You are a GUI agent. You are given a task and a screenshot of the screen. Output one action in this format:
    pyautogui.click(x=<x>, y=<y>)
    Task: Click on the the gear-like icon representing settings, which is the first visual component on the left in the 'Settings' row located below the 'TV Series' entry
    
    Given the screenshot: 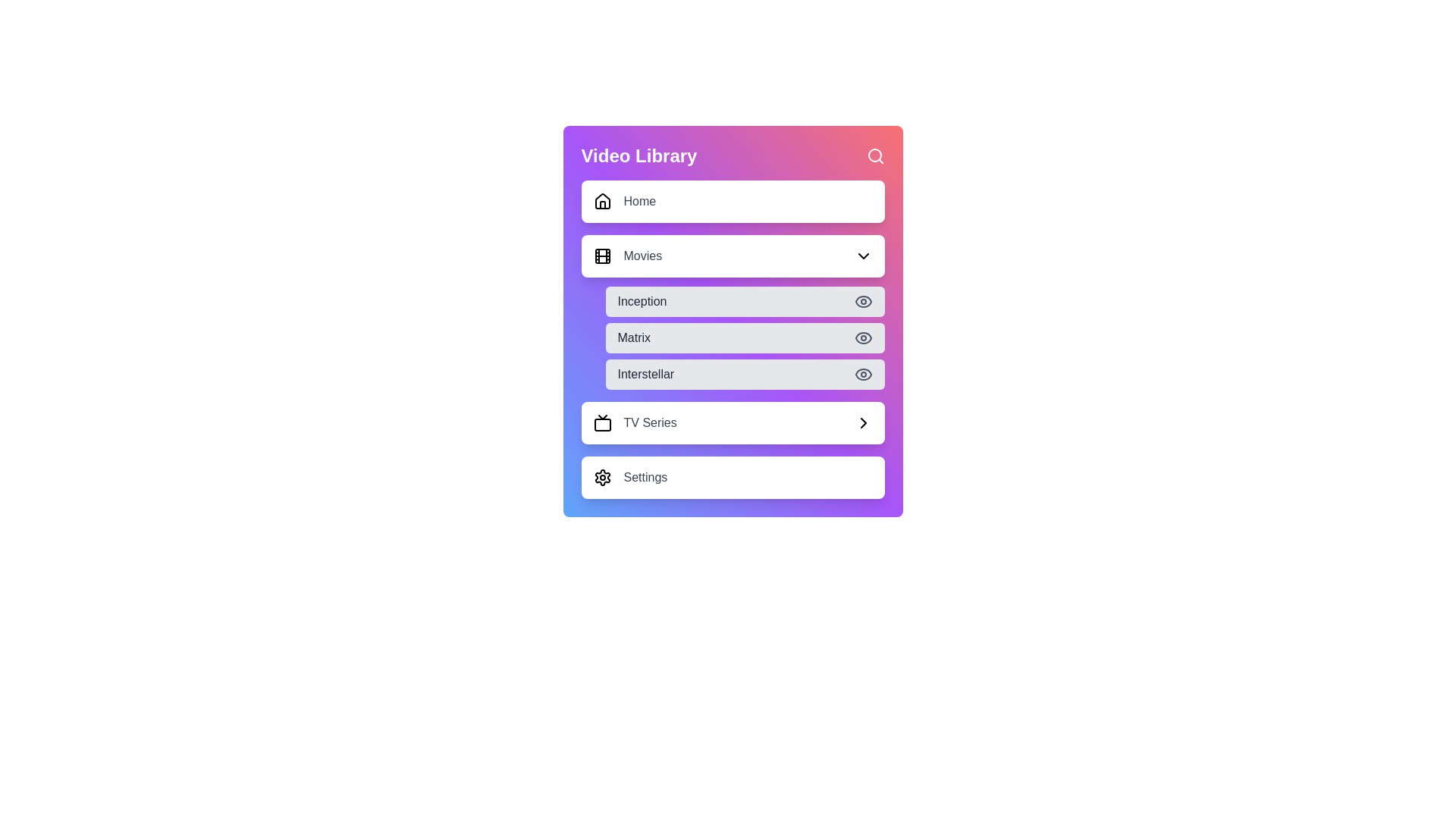 What is the action you would take?
    pyautogui.click(x=601, y=476)
    